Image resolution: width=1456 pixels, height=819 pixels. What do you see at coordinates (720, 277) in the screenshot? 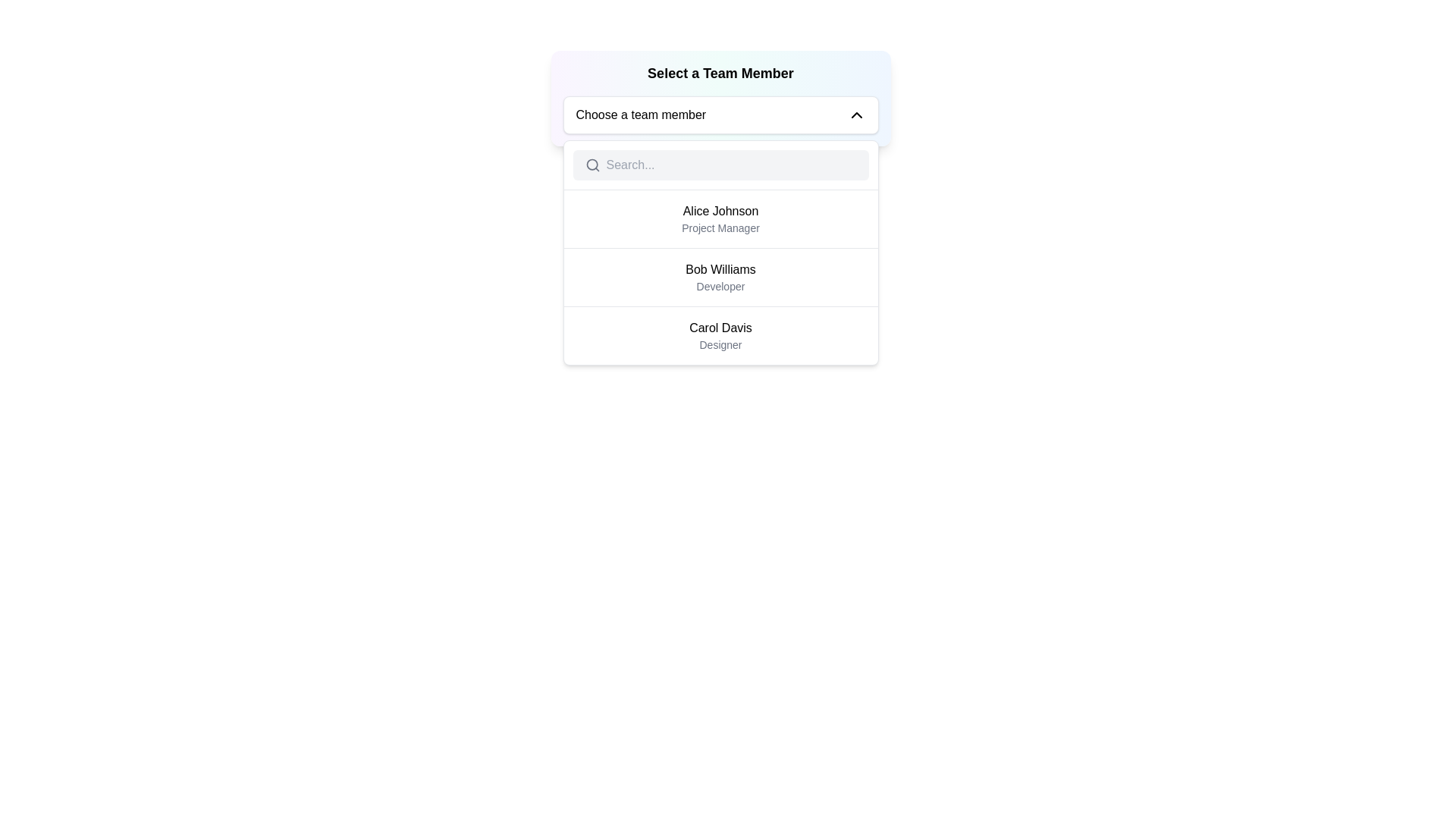
I see `the selectable option 'Bob Williams - Developer' in the dropdown menu` at bounding box center [720, 277].